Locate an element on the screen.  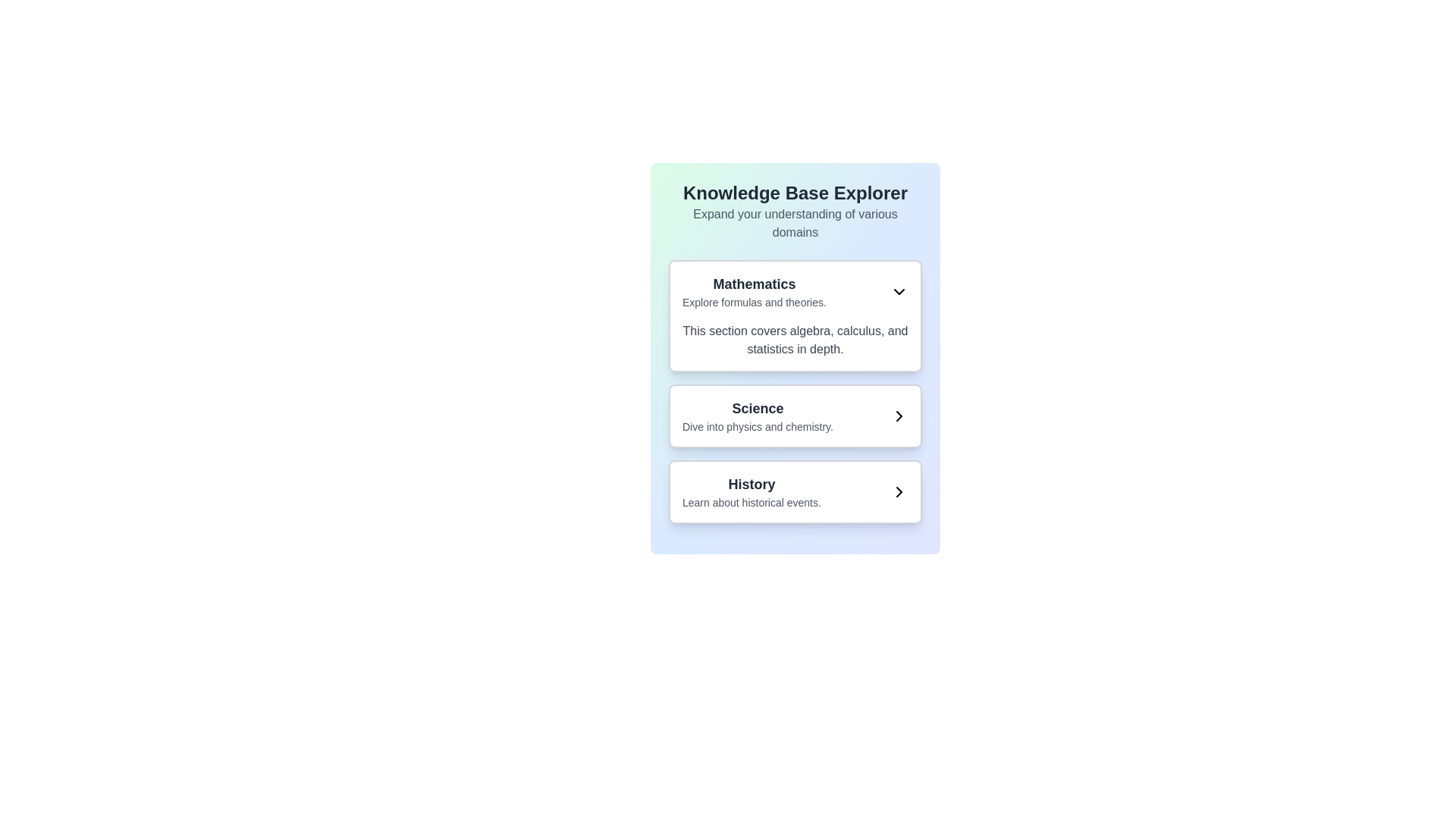
the rightward Chevron arrow icon located to the right of the 'Science' section to indicate further navigation options is located at coordinates (899, 416).